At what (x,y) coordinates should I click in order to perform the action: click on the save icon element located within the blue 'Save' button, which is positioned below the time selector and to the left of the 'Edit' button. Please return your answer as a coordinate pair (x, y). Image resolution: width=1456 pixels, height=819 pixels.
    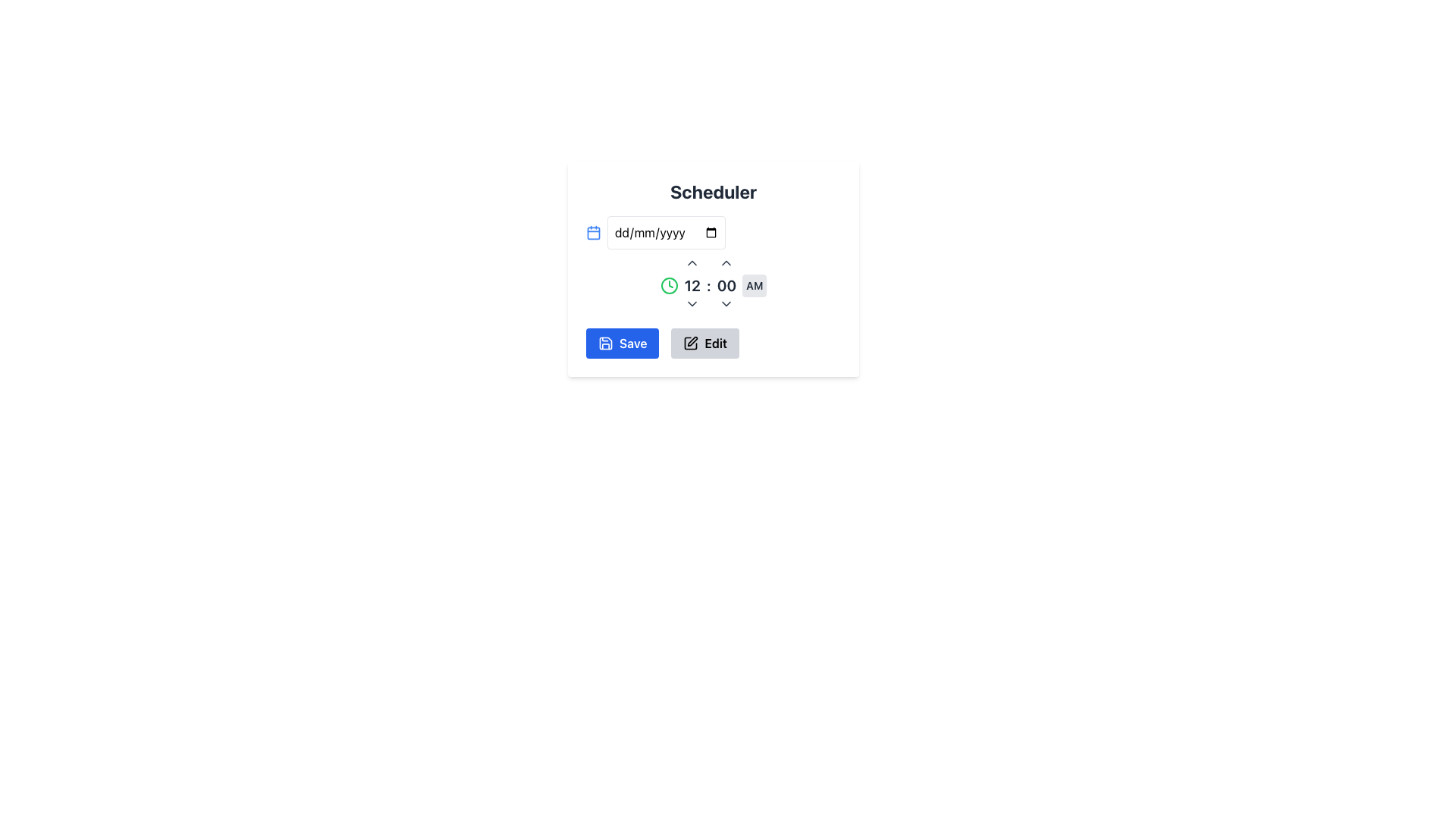
    Looking at the image, I should click on (604, 343).